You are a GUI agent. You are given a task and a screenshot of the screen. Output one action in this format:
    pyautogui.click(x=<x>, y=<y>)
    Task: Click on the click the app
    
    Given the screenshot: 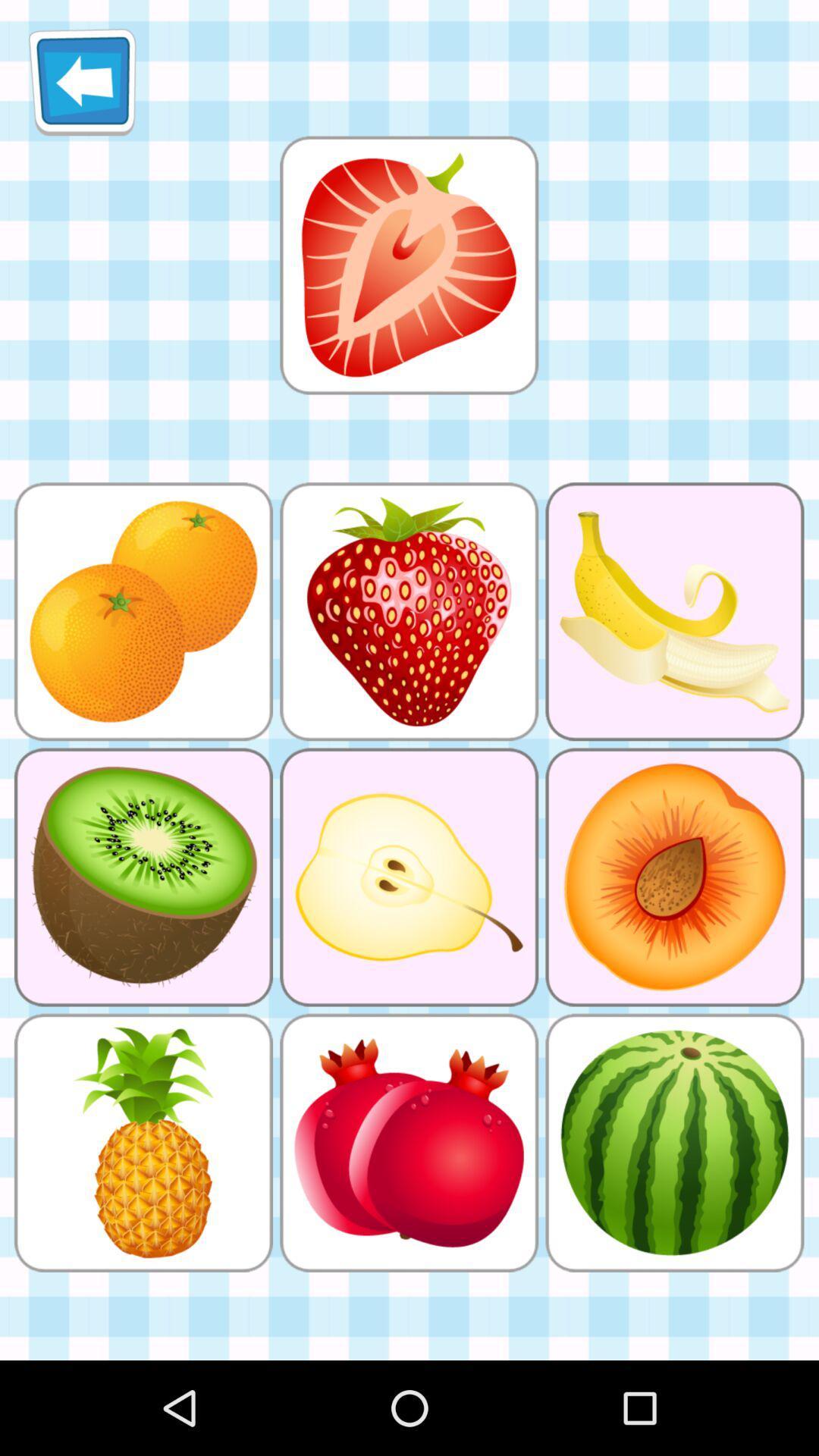 What is the action you would take?
    pyautogui.click(x=408, y=265)
    